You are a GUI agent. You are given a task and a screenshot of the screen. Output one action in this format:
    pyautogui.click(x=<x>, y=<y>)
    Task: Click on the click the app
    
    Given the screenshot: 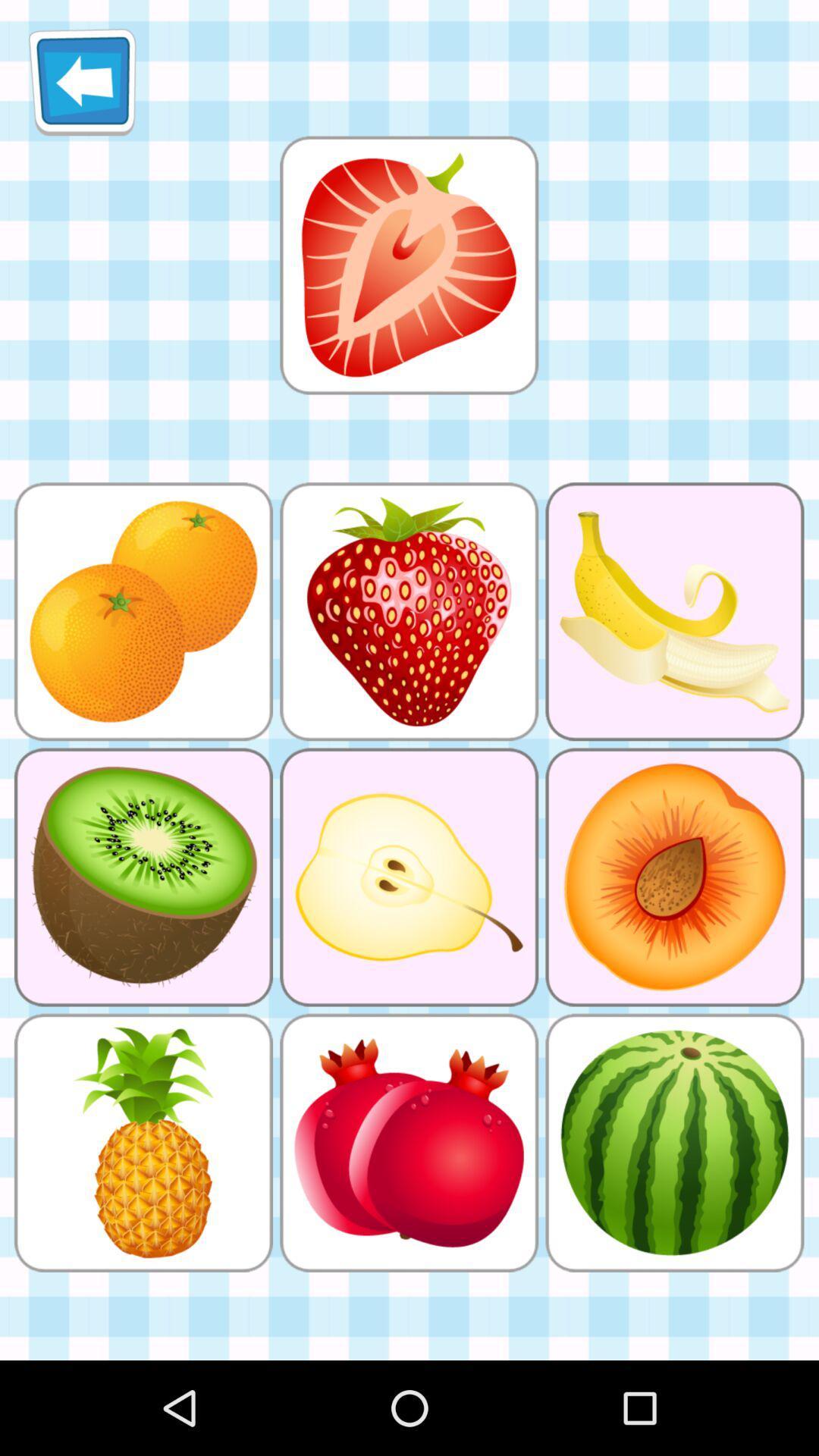 What is the action you would take?
    pyautogui.click(x=408, y=265)
    